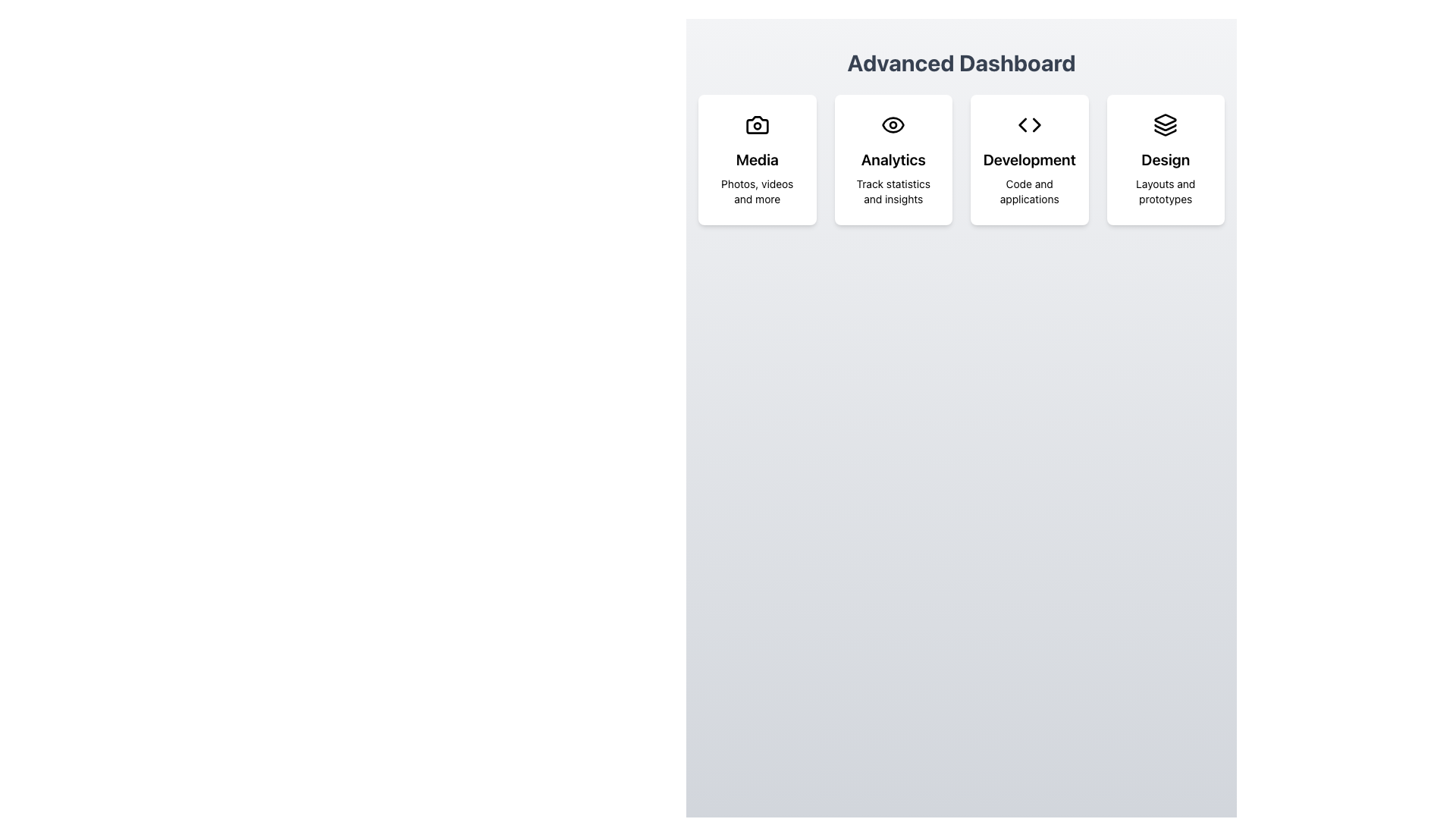 This screenshot has width=1456, height=819. Describe the element at coordinates (757, 160) in the screenshot. I see `the Dashboard Card located at the top-left corner of the grid` at that location.